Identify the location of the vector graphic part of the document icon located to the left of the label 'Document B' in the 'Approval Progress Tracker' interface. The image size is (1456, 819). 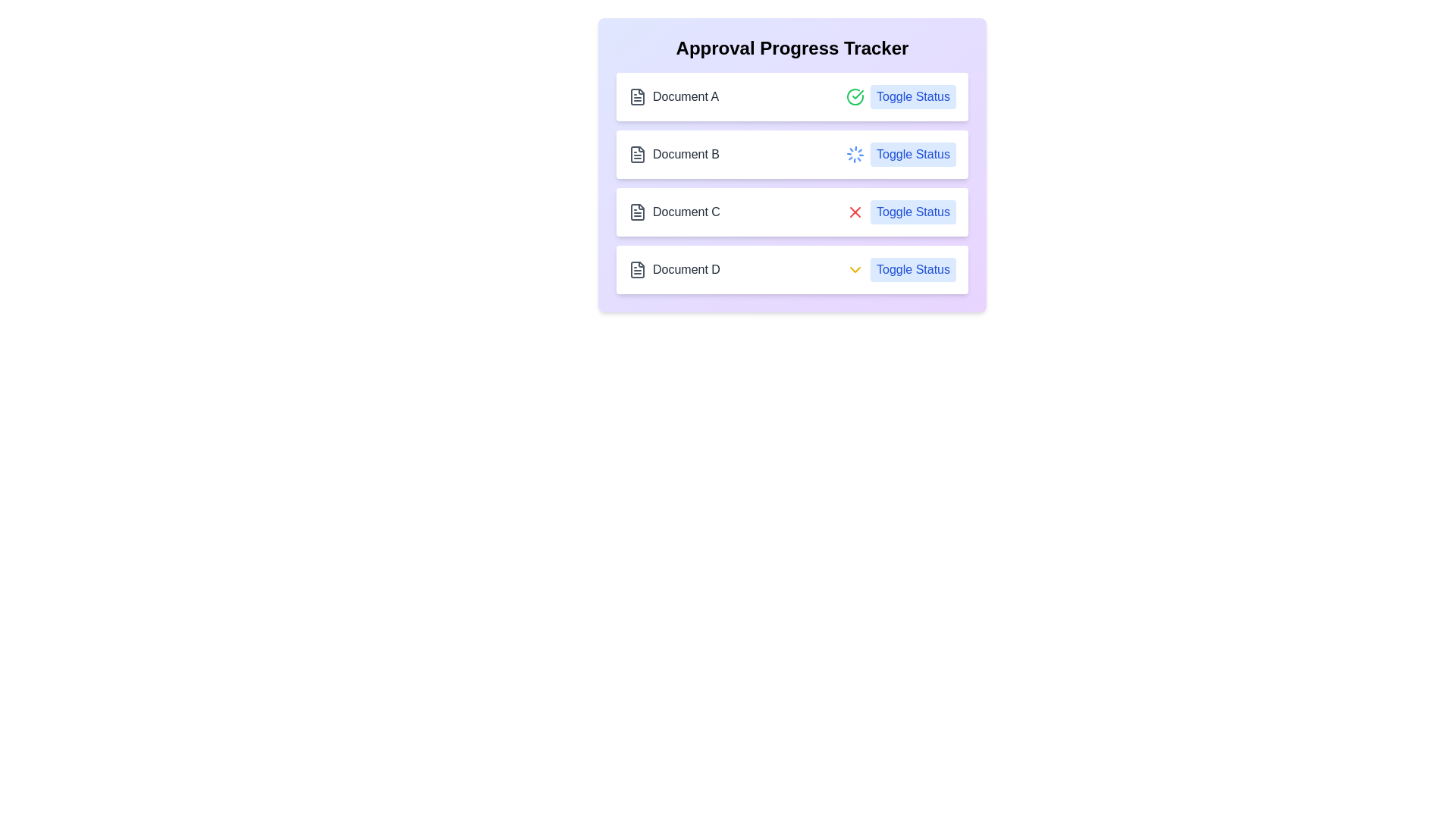
(637, 155).